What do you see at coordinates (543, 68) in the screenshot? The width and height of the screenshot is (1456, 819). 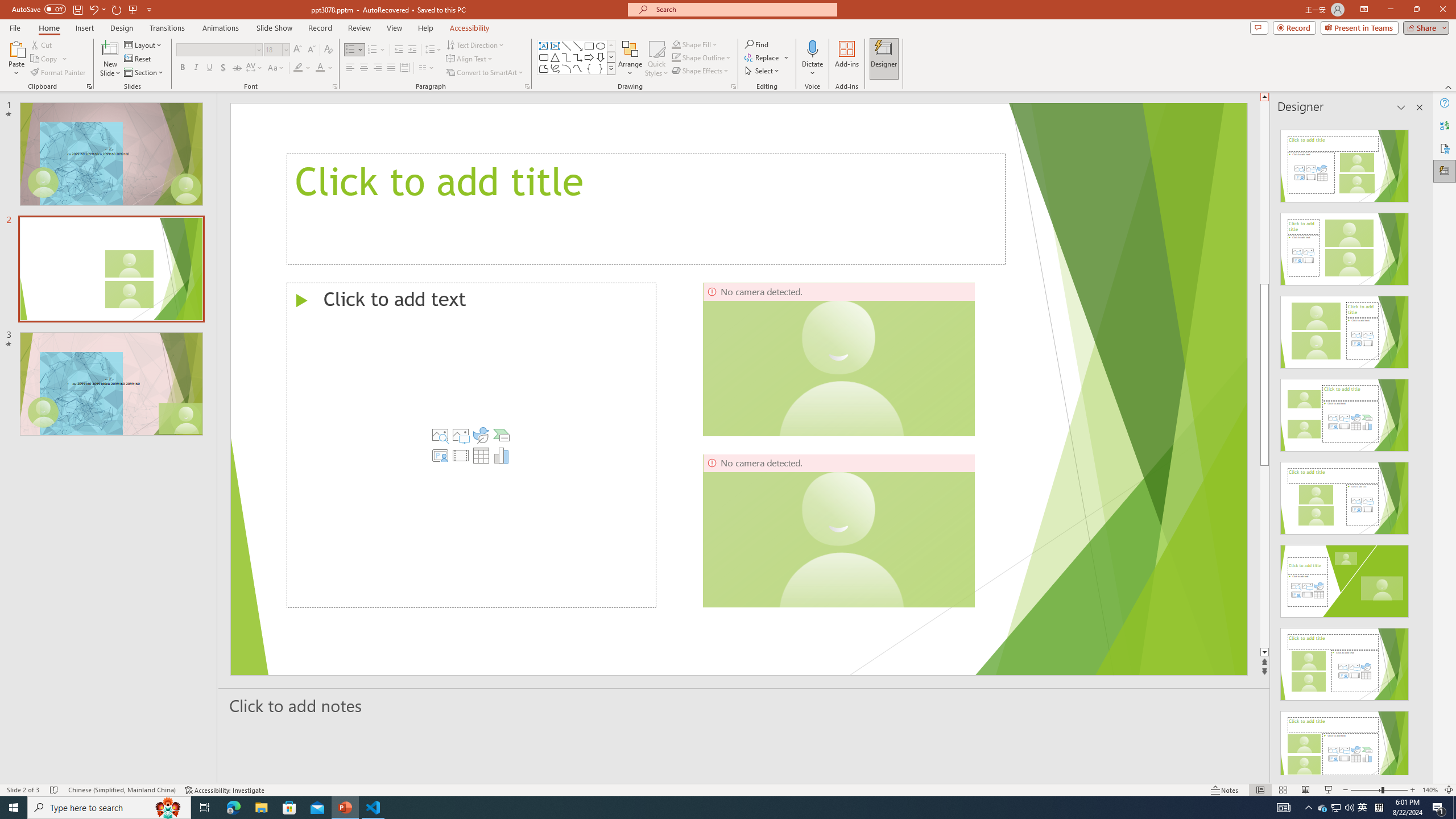 I see `'Freeform: Shape'` at bounding box center [543, 68].